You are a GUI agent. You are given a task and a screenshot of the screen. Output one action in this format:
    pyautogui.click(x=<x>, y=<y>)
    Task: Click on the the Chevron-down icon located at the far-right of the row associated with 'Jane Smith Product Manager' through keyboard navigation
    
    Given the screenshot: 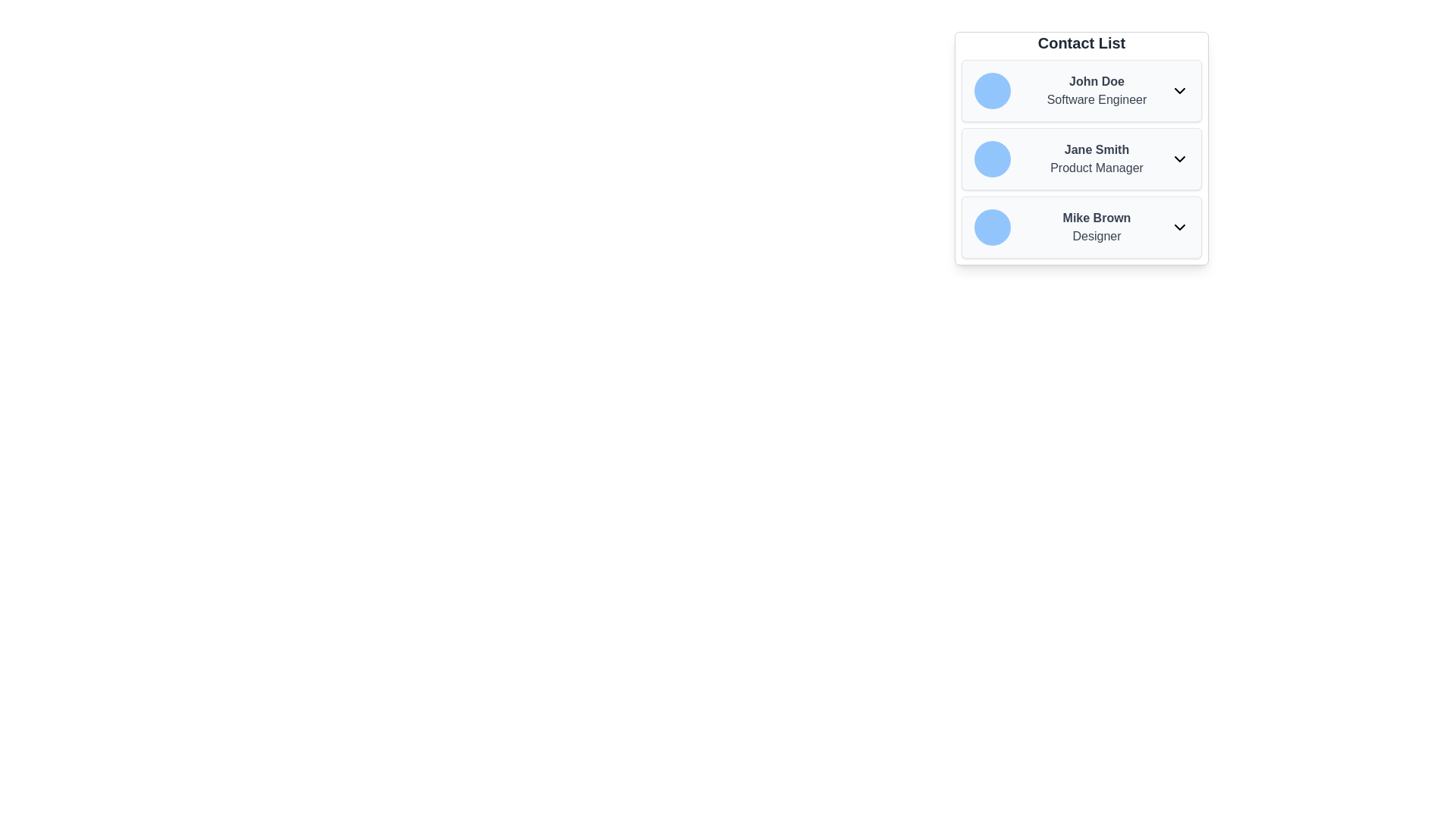 What is the action you would take?
    pyautogui.click(x=1178, y=158)
    